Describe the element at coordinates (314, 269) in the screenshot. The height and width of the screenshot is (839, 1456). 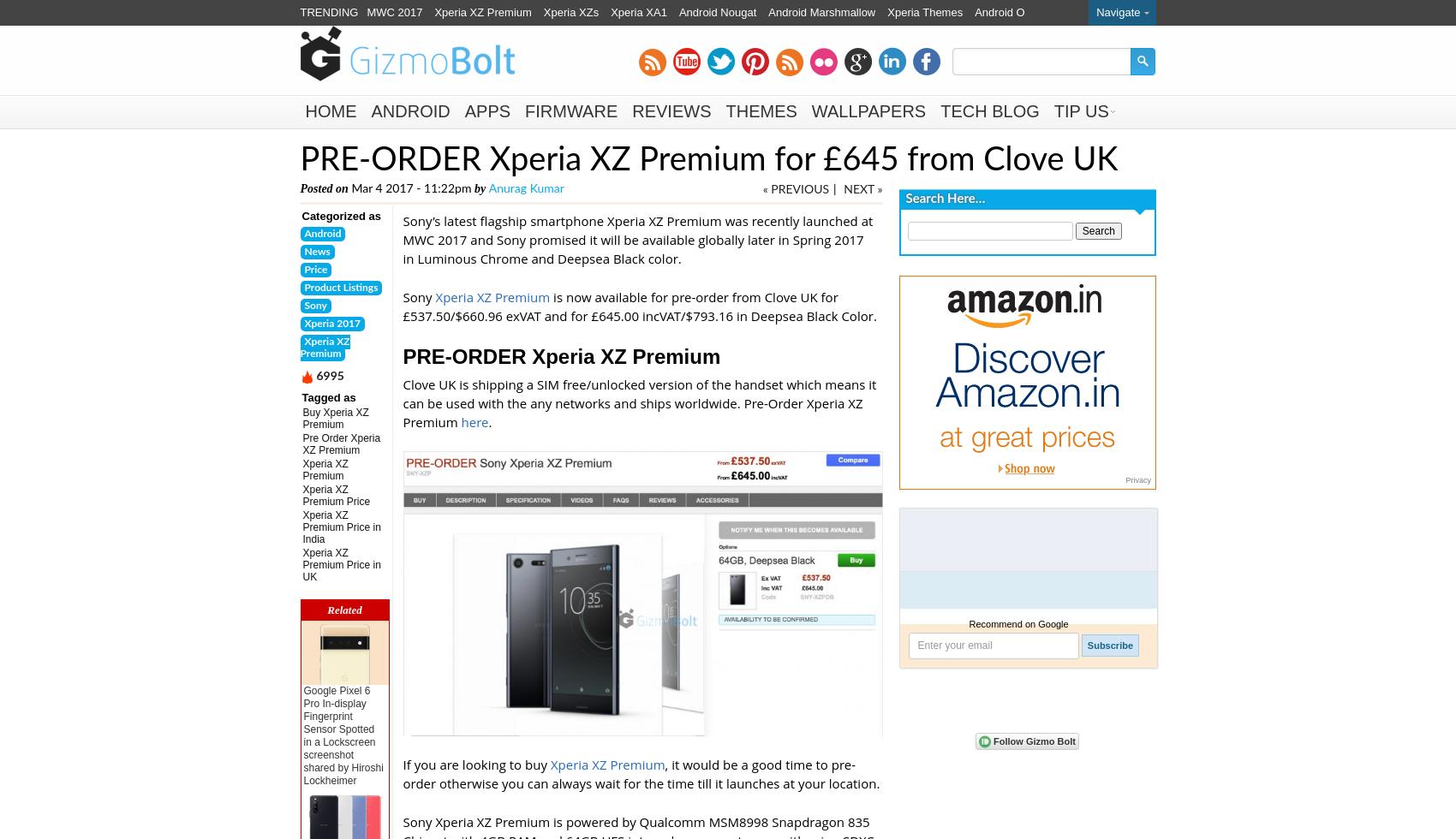
I see `'Price'` at that location.